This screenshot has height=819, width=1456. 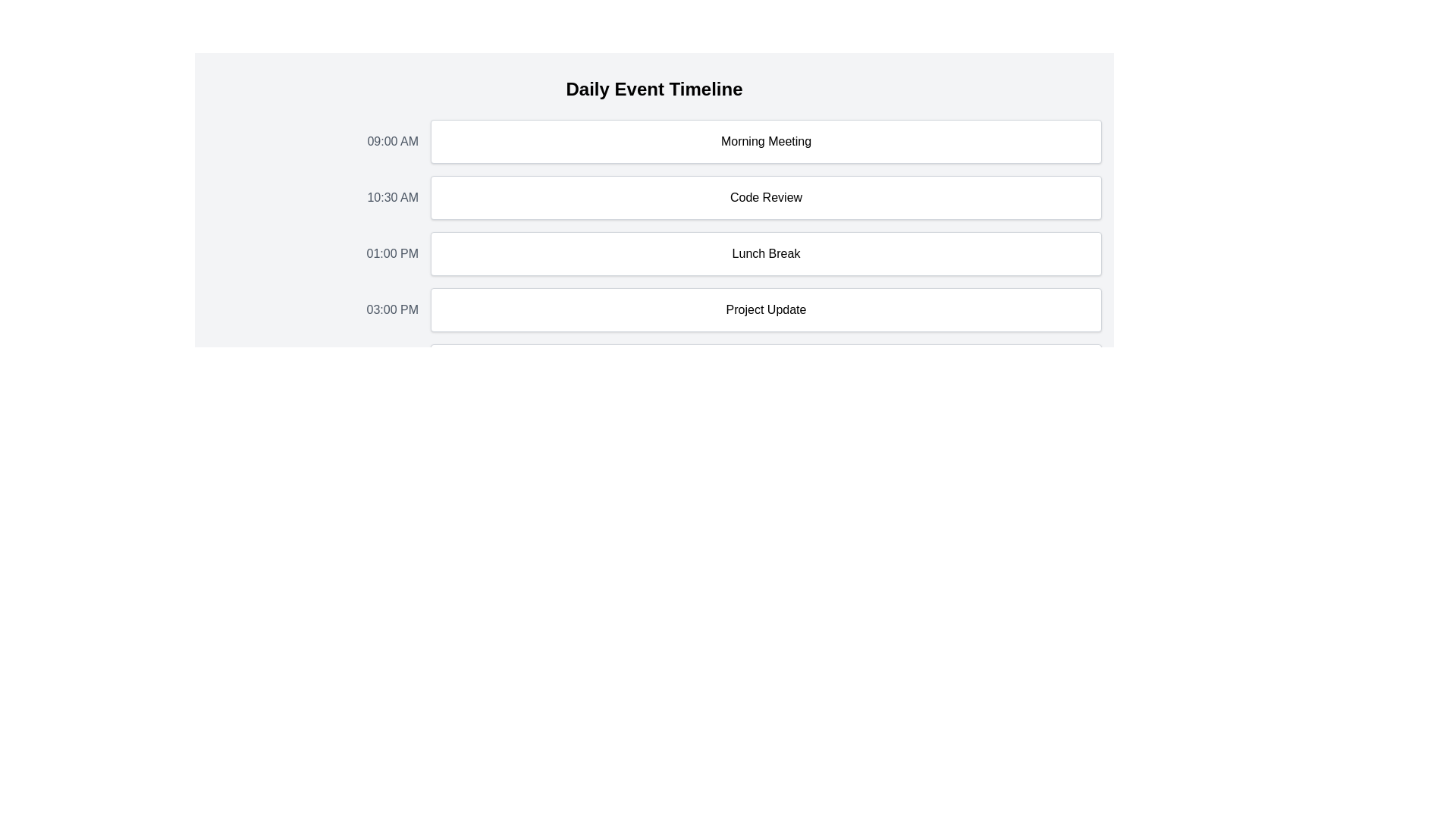 What do you see at coordinates (654, 141) in the screenshot?
I see `the time '09:00 AM'` at bounding box center [654, 141].